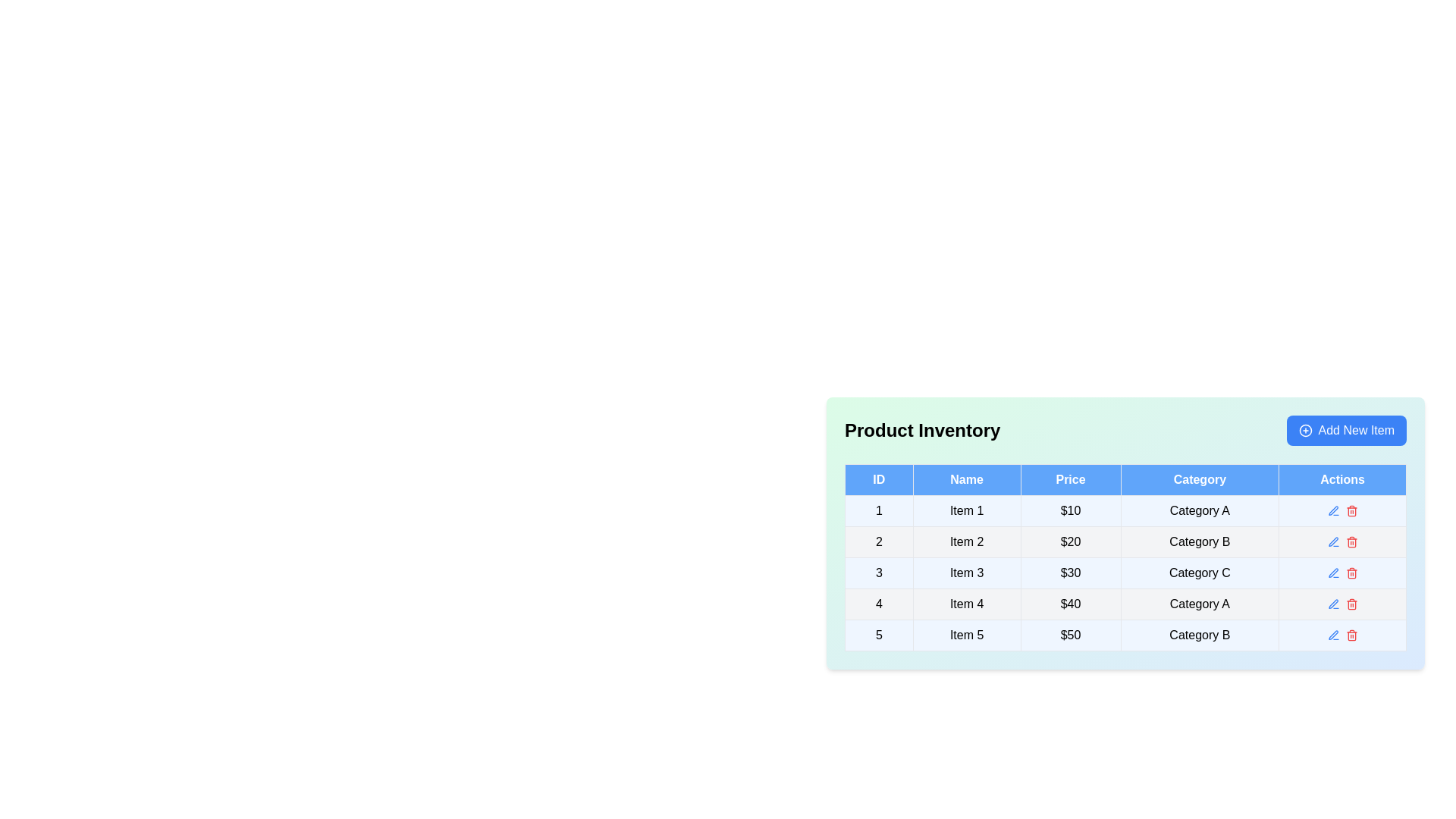 The image size is (1456, 819). Describe the element at coordinates (1342, 541) in the screenshot. I see `the edit icon in the Actions column of the second row in the Product Inventory table to initiate editing` at that location.